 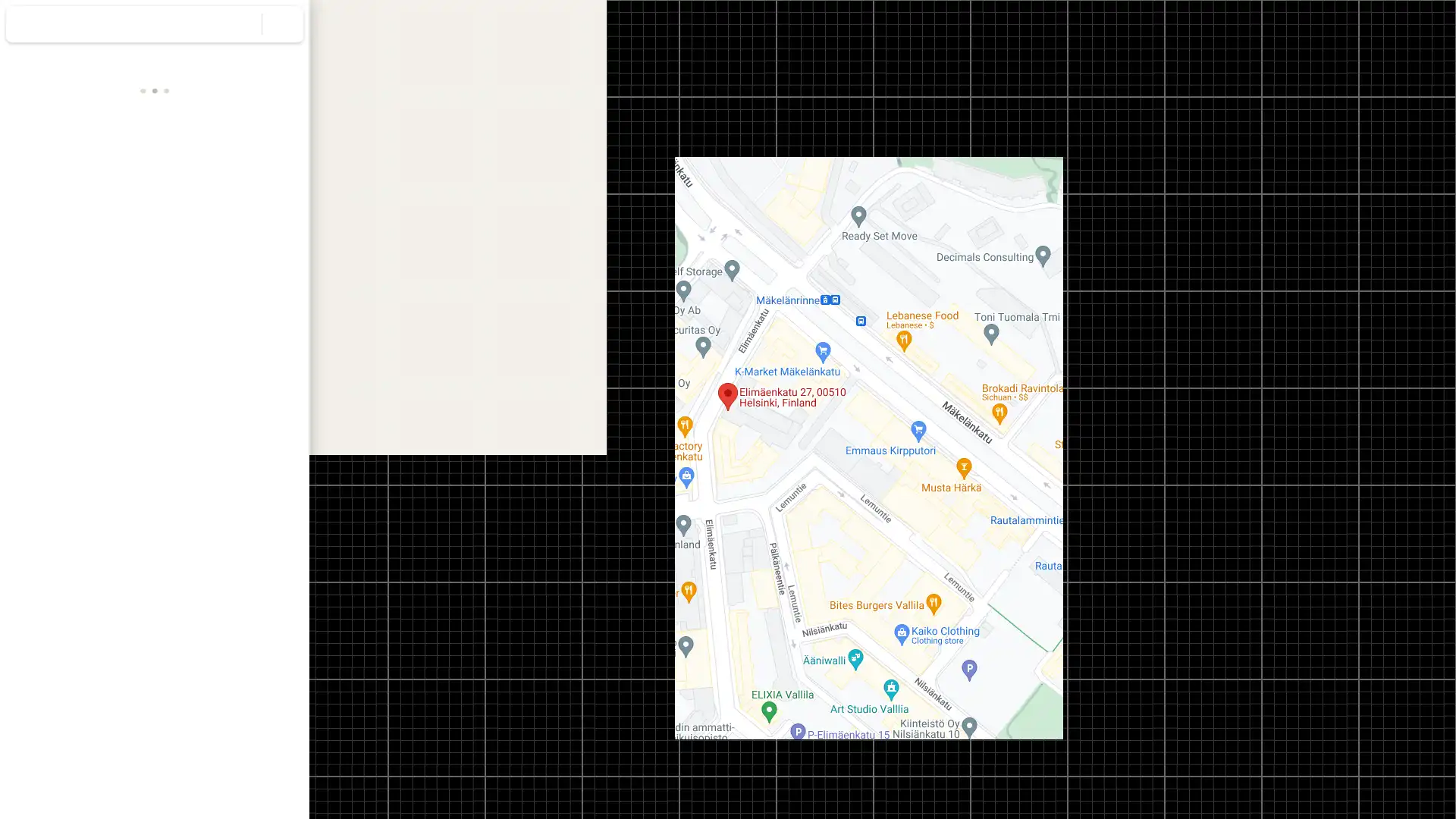 I want to click on Share Elimaenkatu 27, so click(x=265, y=259).